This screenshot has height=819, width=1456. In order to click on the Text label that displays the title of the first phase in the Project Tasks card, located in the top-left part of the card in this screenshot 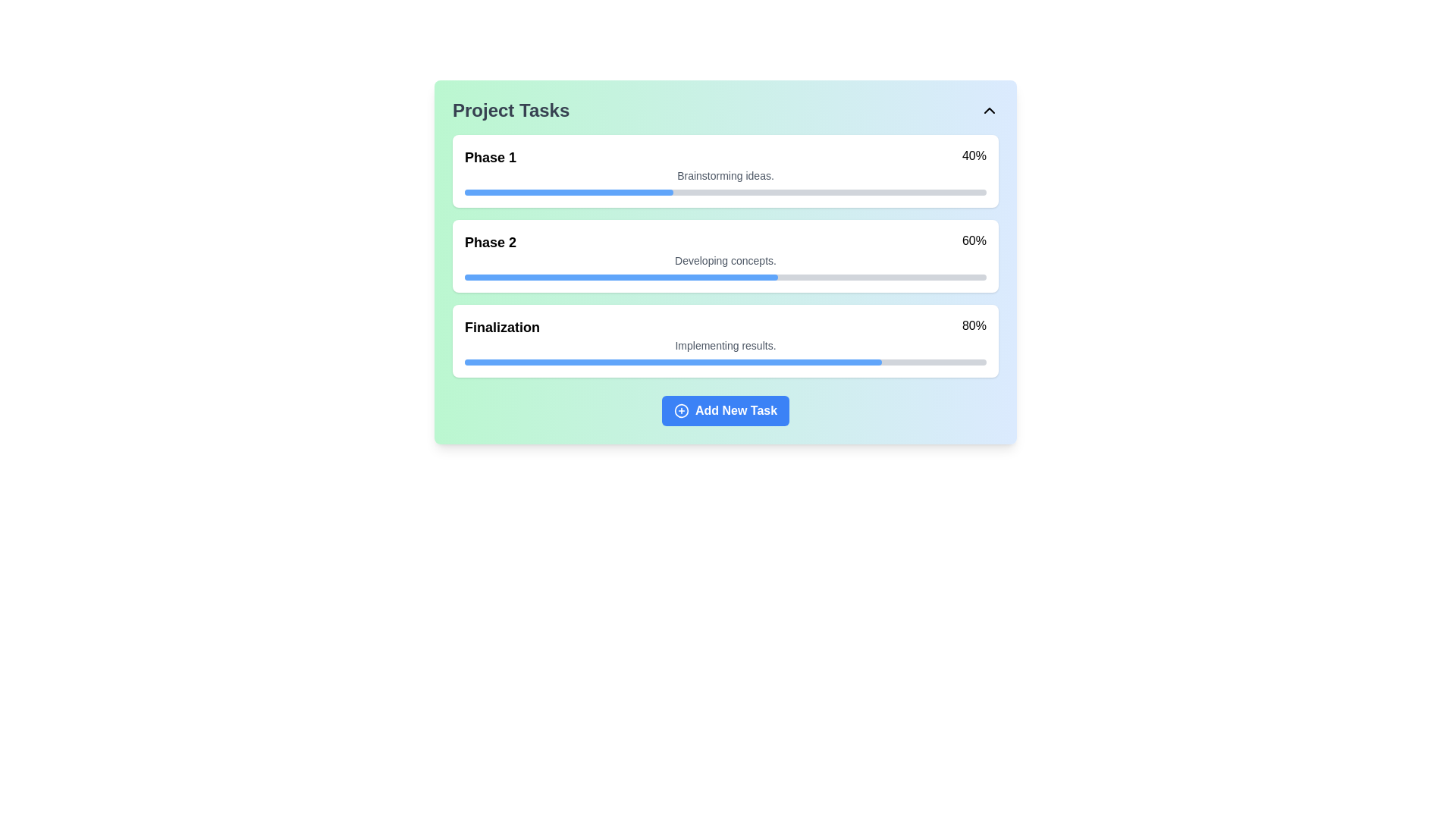, I will do `click(491, 158)`.